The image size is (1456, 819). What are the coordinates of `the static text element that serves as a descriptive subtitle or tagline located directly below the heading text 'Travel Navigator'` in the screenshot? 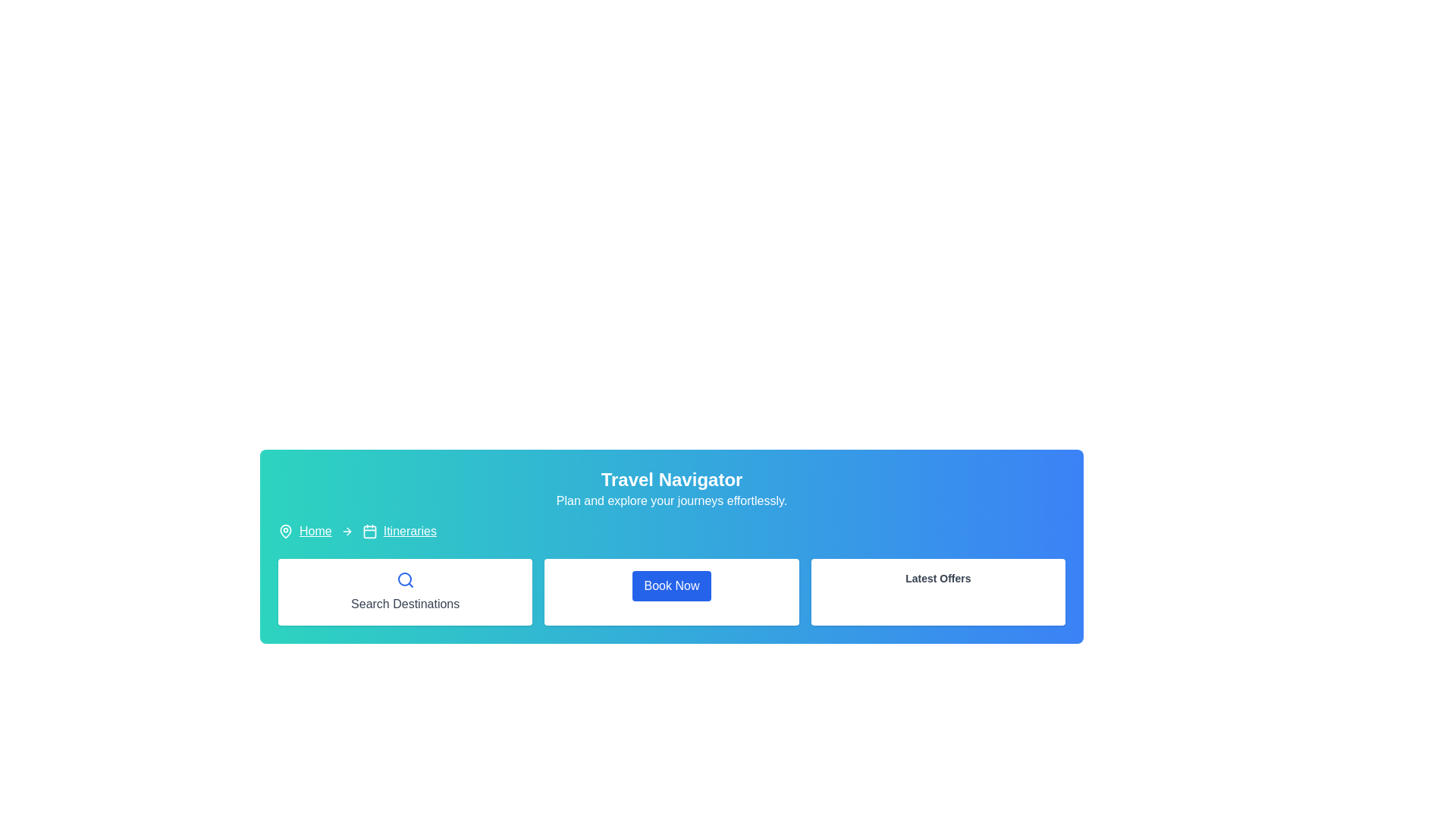 It's located at (671, 500).